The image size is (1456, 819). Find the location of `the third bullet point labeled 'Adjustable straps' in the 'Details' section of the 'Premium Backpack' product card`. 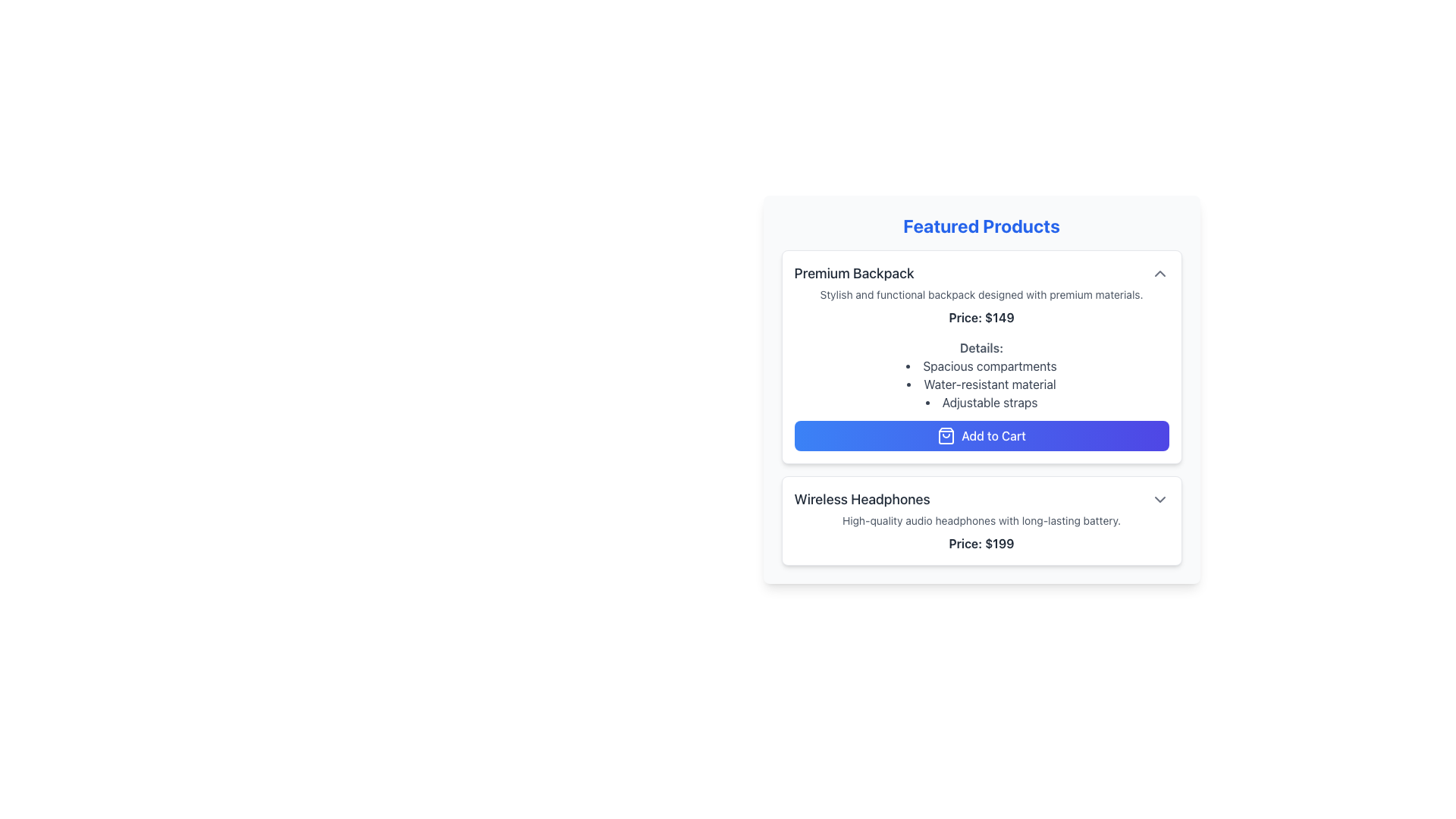

the third bullet point labeled 'Adjustable straps' in the 'Details' section of the 'Premium Backpack' product card is located at coordinates (981, 402).